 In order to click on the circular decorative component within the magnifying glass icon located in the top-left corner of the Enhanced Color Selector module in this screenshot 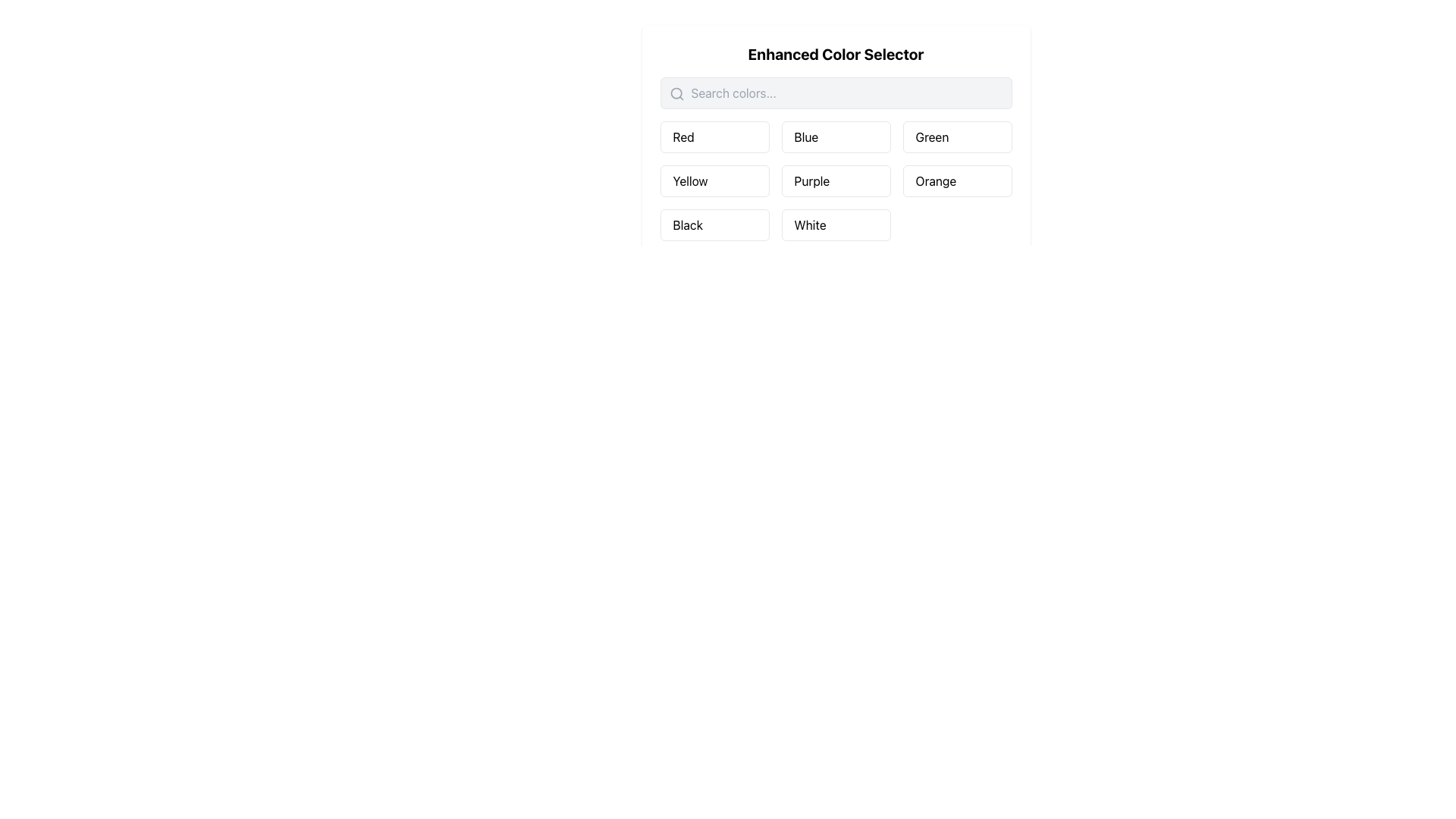, I will do `click(675, 93)`.